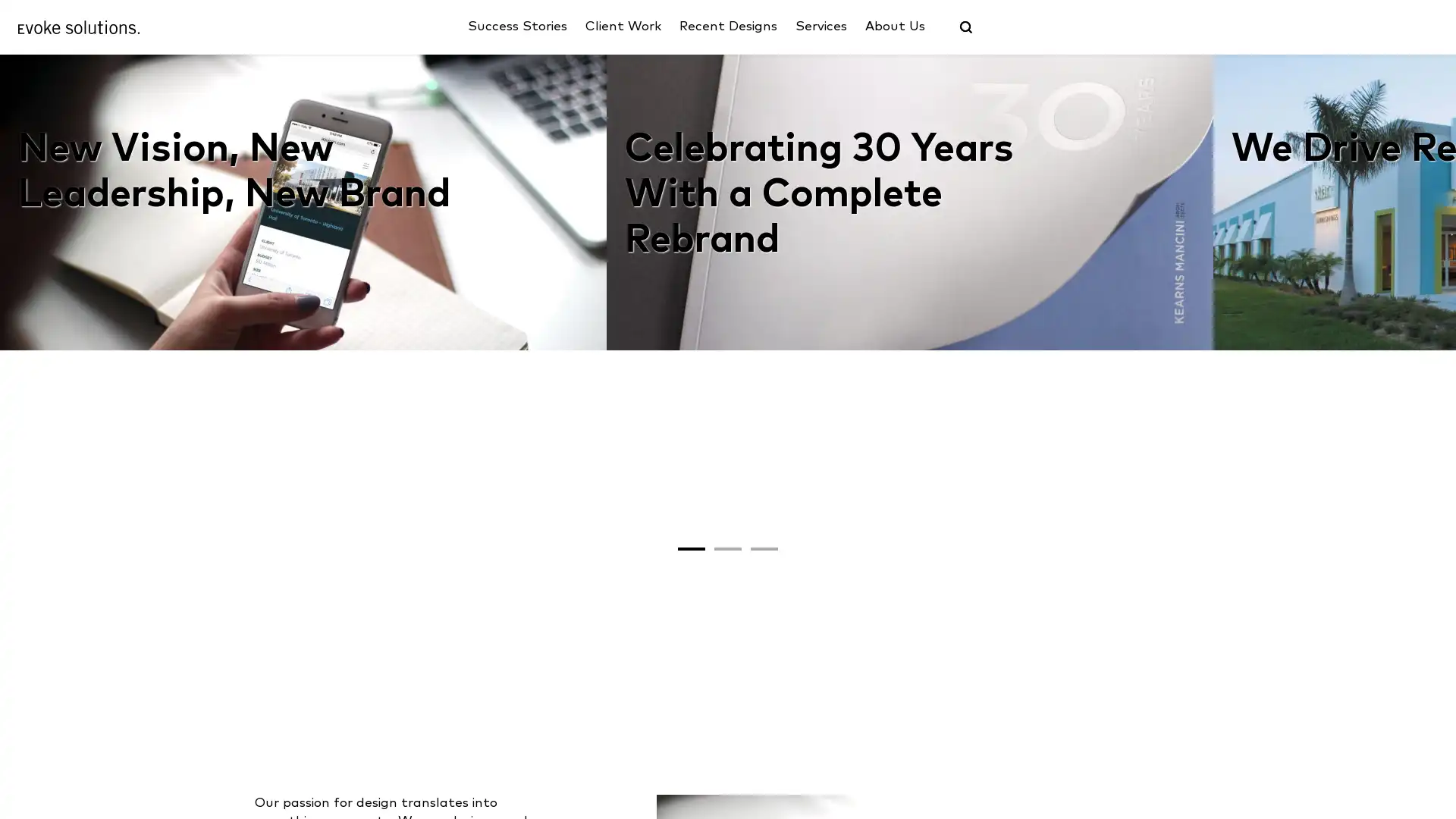 The width and height of the screenshot is (1456, 819). Describe the element at coordinates (764, 745) in the screenshot. I see `3` at that location.